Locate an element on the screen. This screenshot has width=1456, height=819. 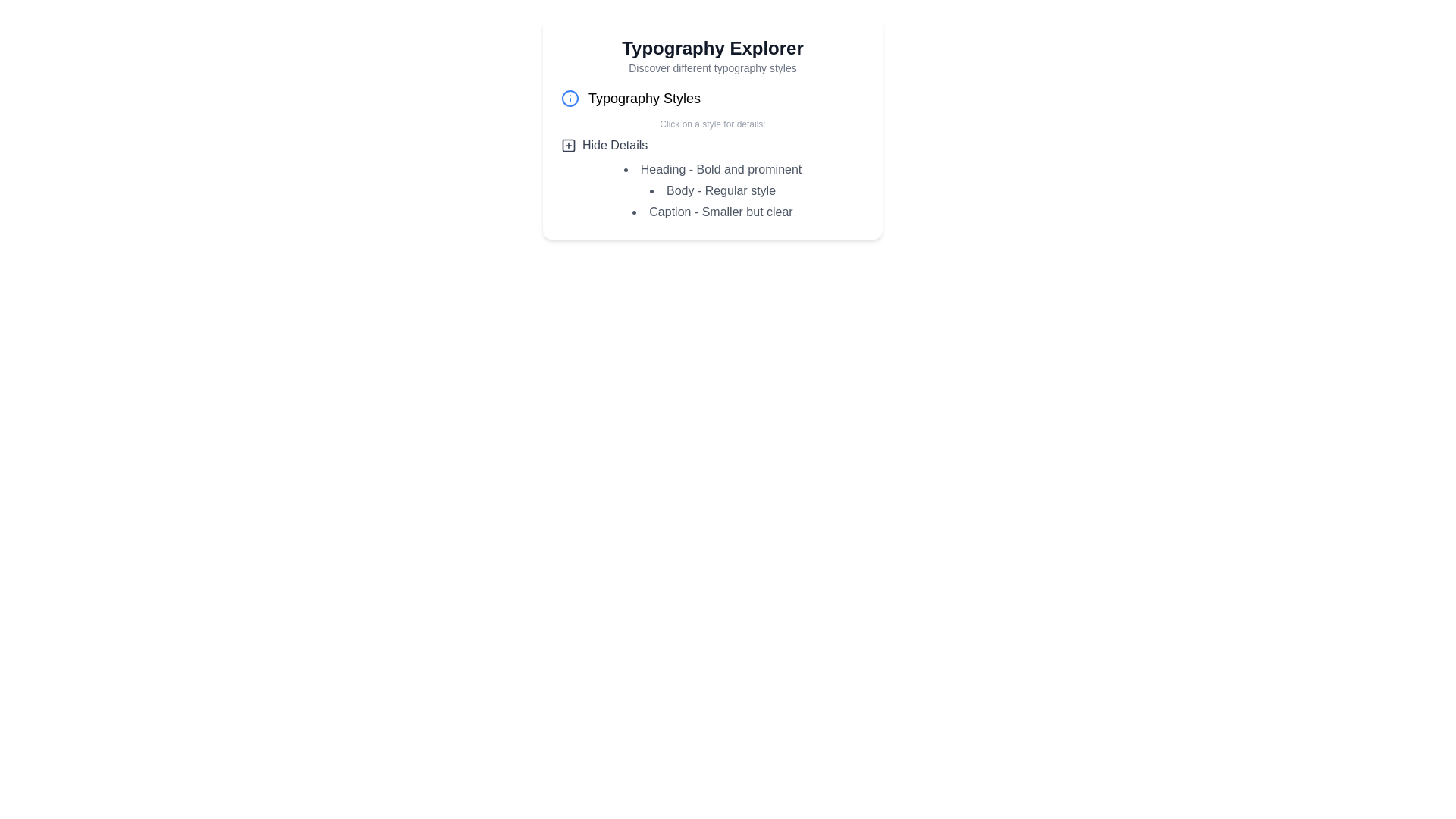
the text label that reads 'Body - Regular style', which is the second item in a vertical bulleted list within the 'Typography Explorer' card is located at coordinates (712, 190).